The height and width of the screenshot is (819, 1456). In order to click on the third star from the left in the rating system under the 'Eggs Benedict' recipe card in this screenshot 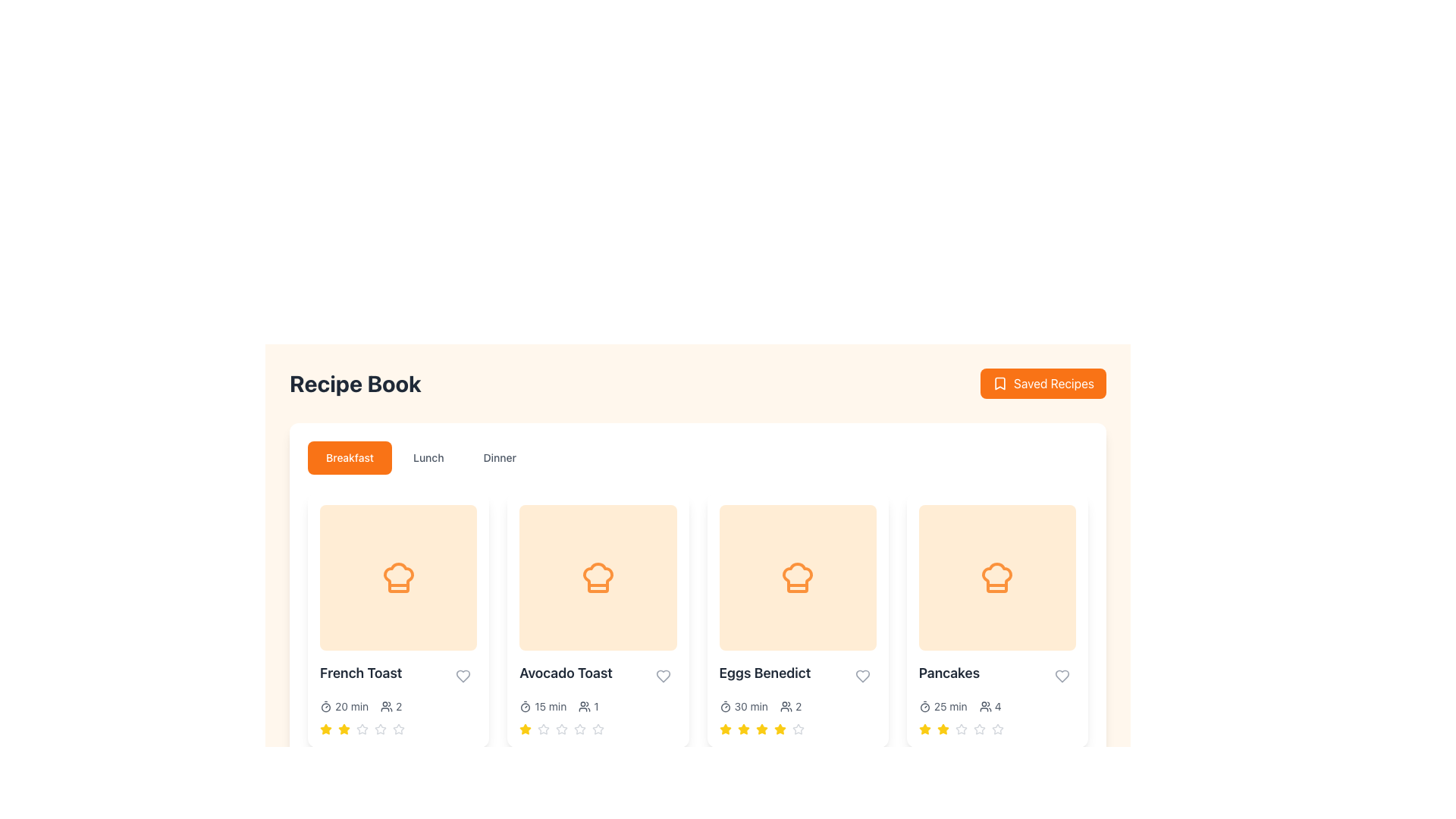, I will do `click(780, 728)`.